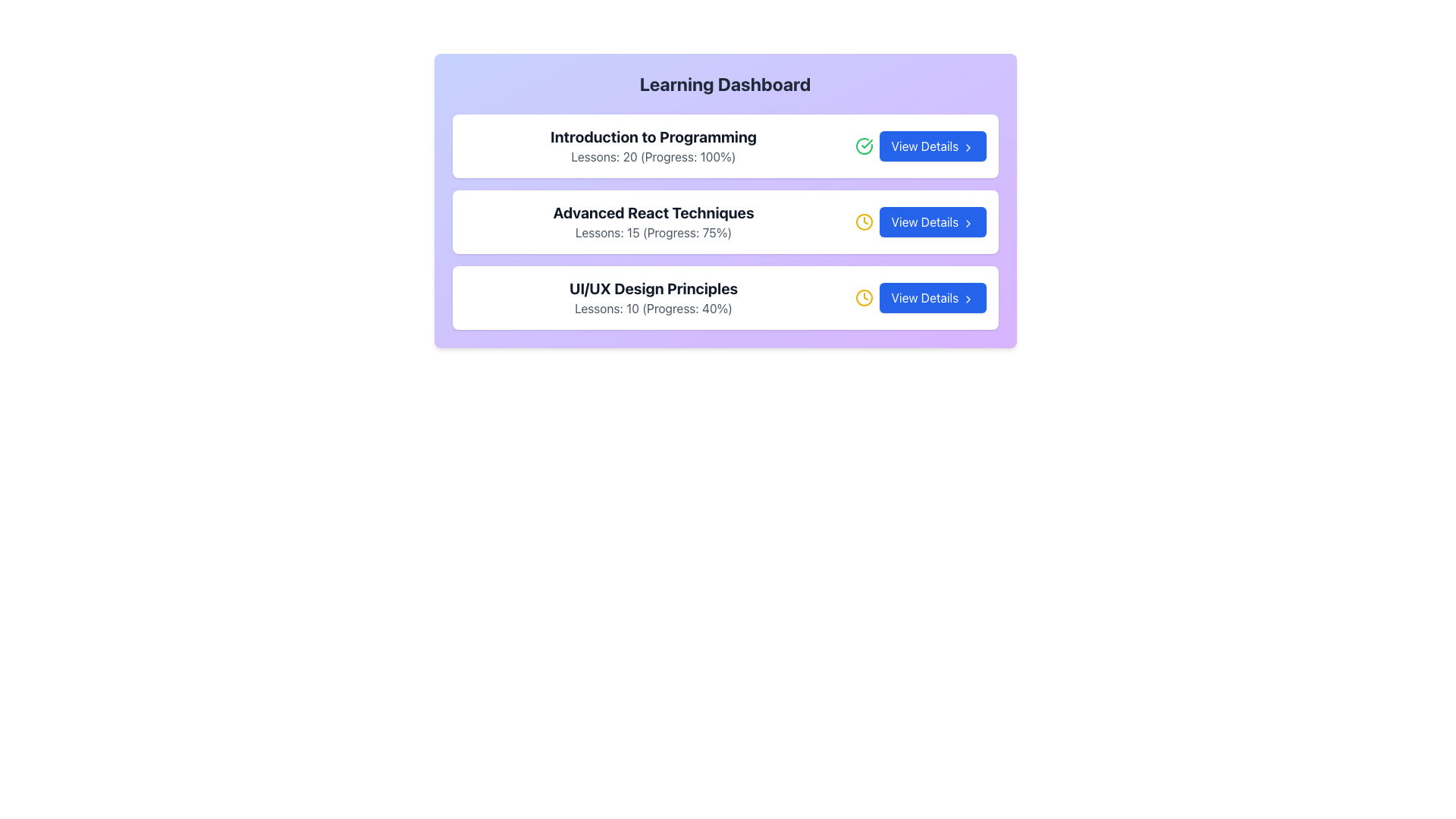  What do you see at coordinates (866, 143) in the screenshot?
I see `the green checkmark icon within the circular icon that indicates a completed status, located to the left of the 'View Details' button in the topmost item of the course list` at bounding box center [866, 143].